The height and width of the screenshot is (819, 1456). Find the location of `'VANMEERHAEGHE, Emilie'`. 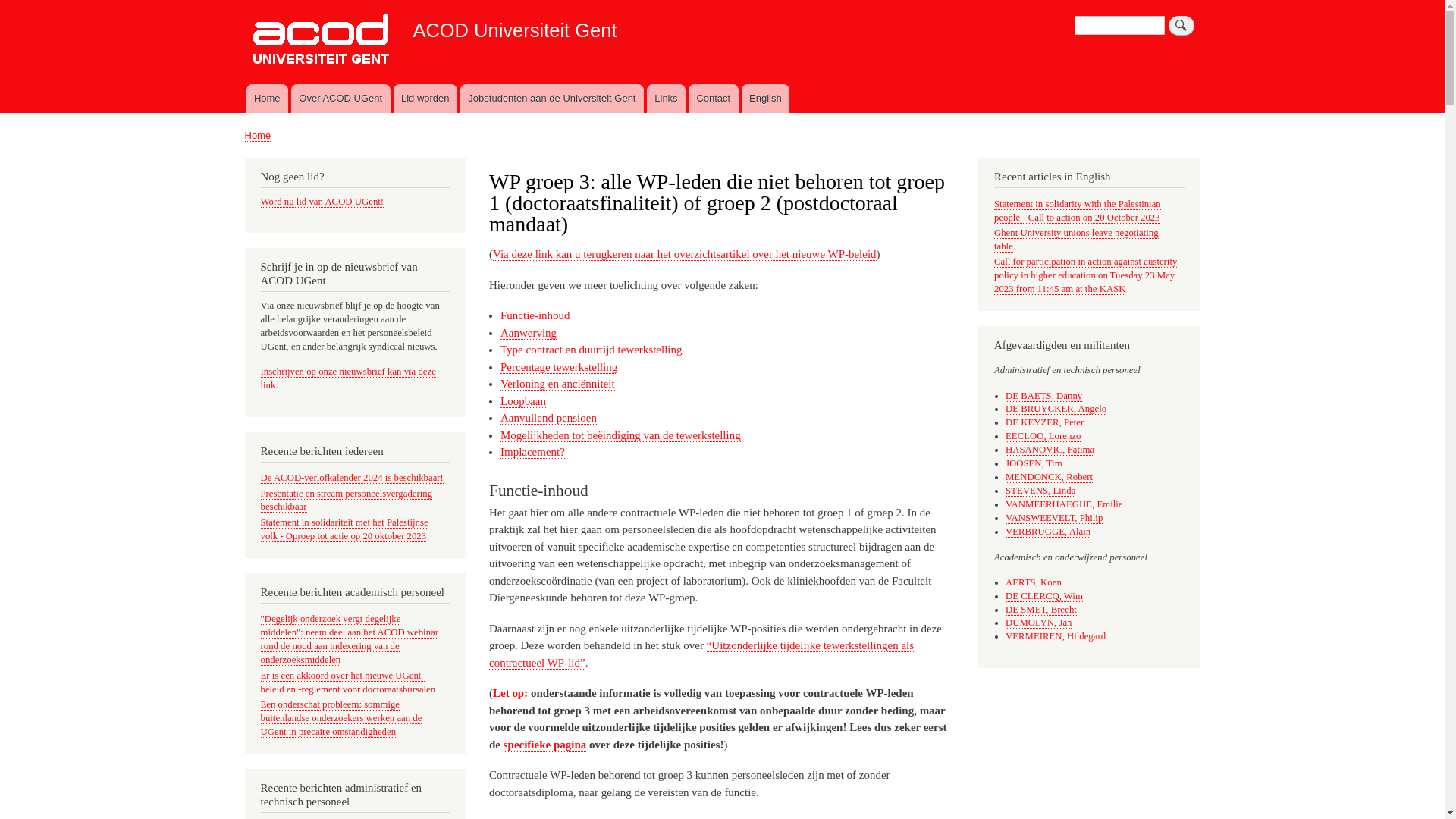

'VANMEERHAEGHE, Emilie' is located at coordinates (1005, 504).